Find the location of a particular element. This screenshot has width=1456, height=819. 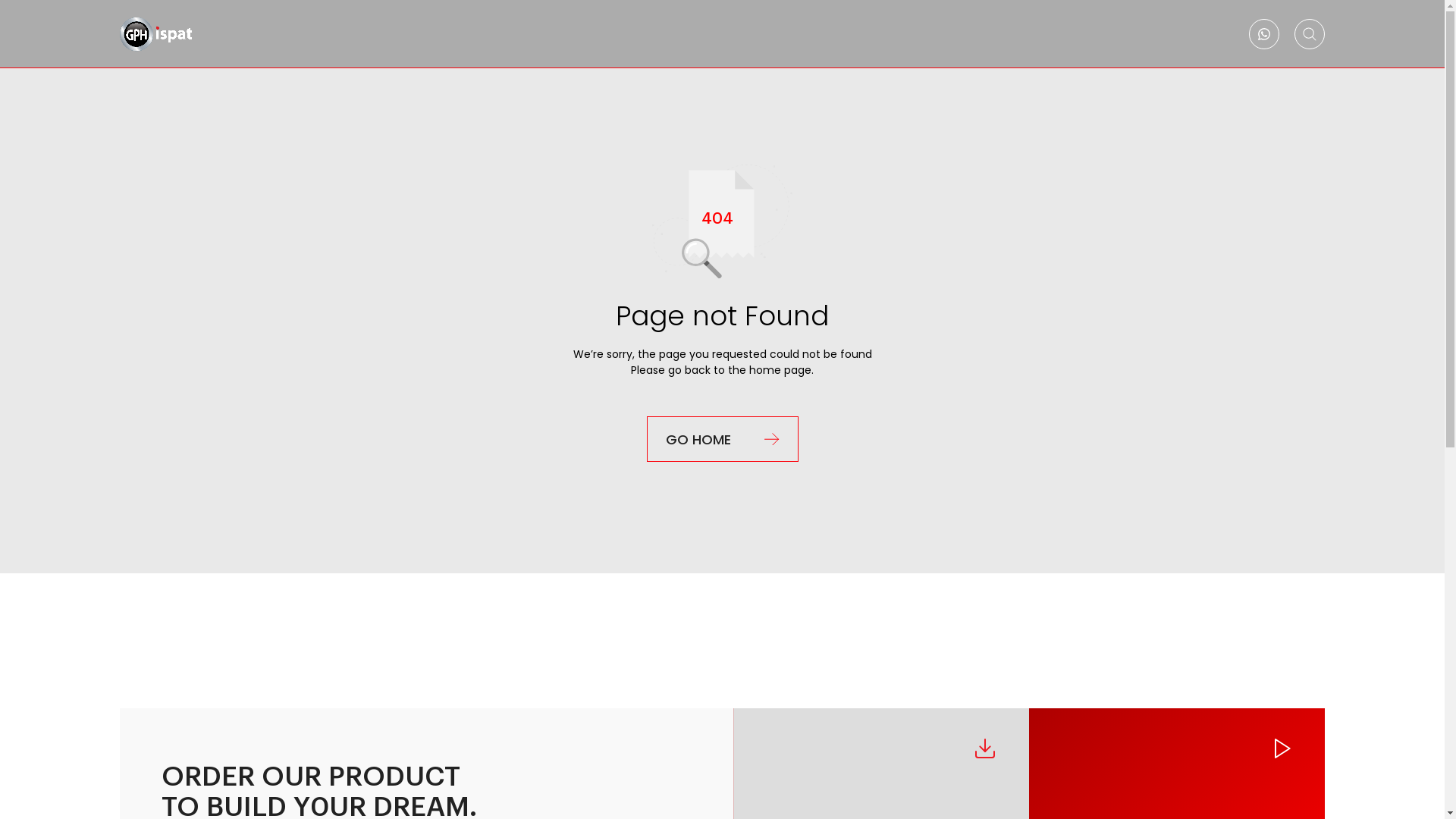

'GO HOME' is located at coordinates (720, 438).